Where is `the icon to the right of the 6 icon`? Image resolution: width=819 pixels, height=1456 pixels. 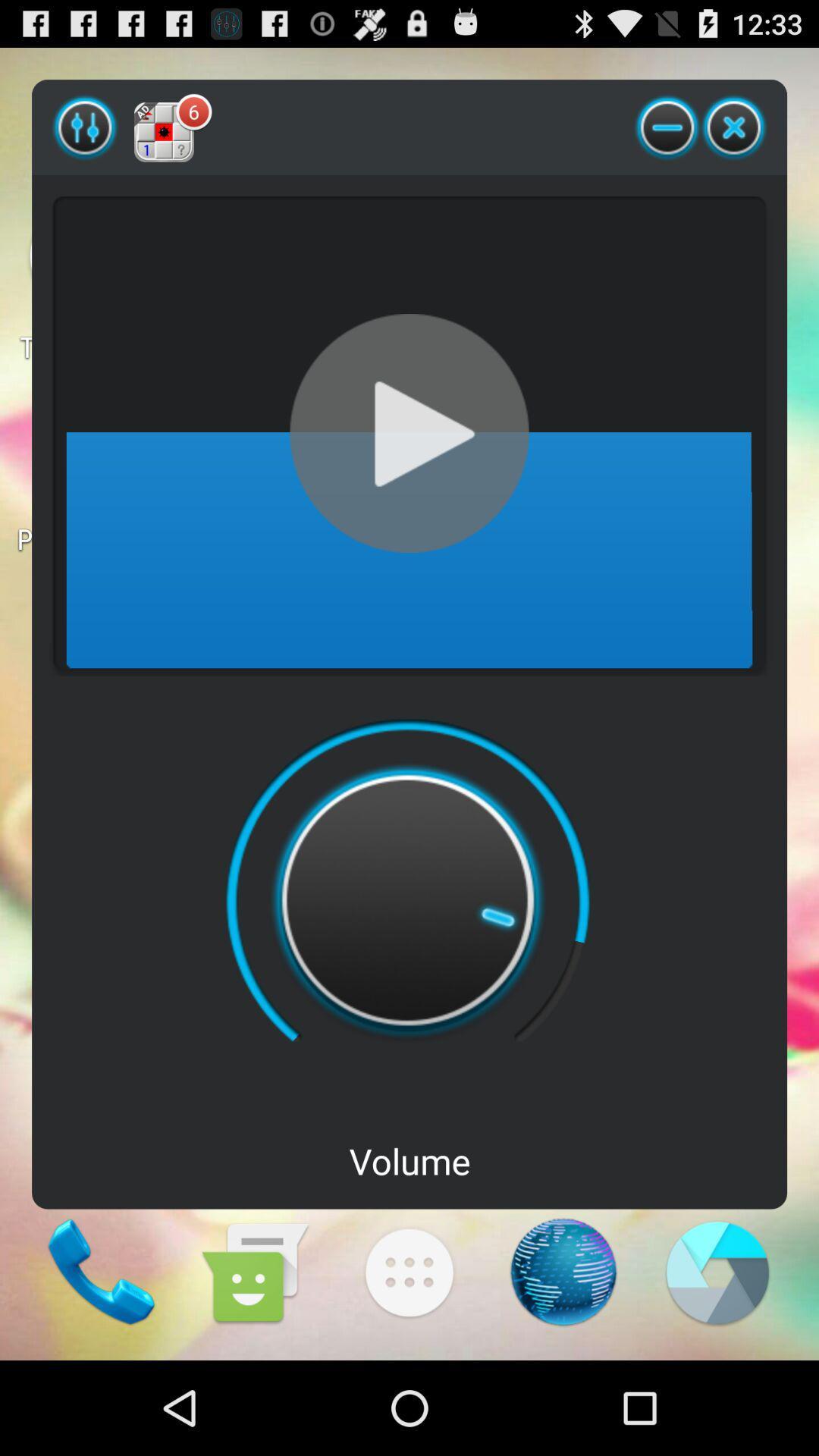
the icon to the right of the 6 icon is located at coordinates (667, 127).